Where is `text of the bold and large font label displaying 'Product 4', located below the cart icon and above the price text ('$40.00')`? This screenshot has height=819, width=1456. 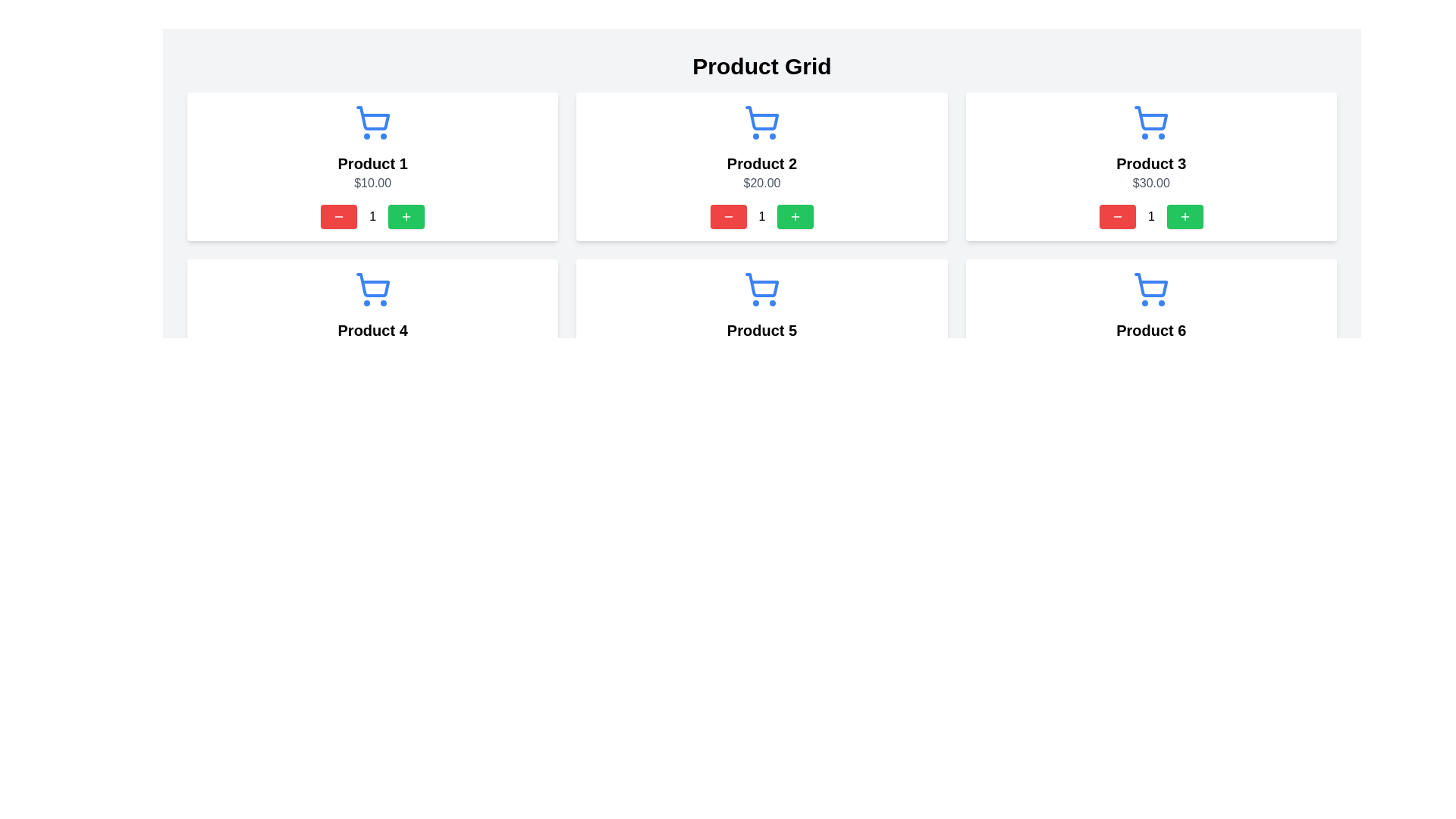
text of the bold and large font label displaying 'Product 4', located below the cart icon and above the price text ('$40.00') is located at coordinates (372, 329).